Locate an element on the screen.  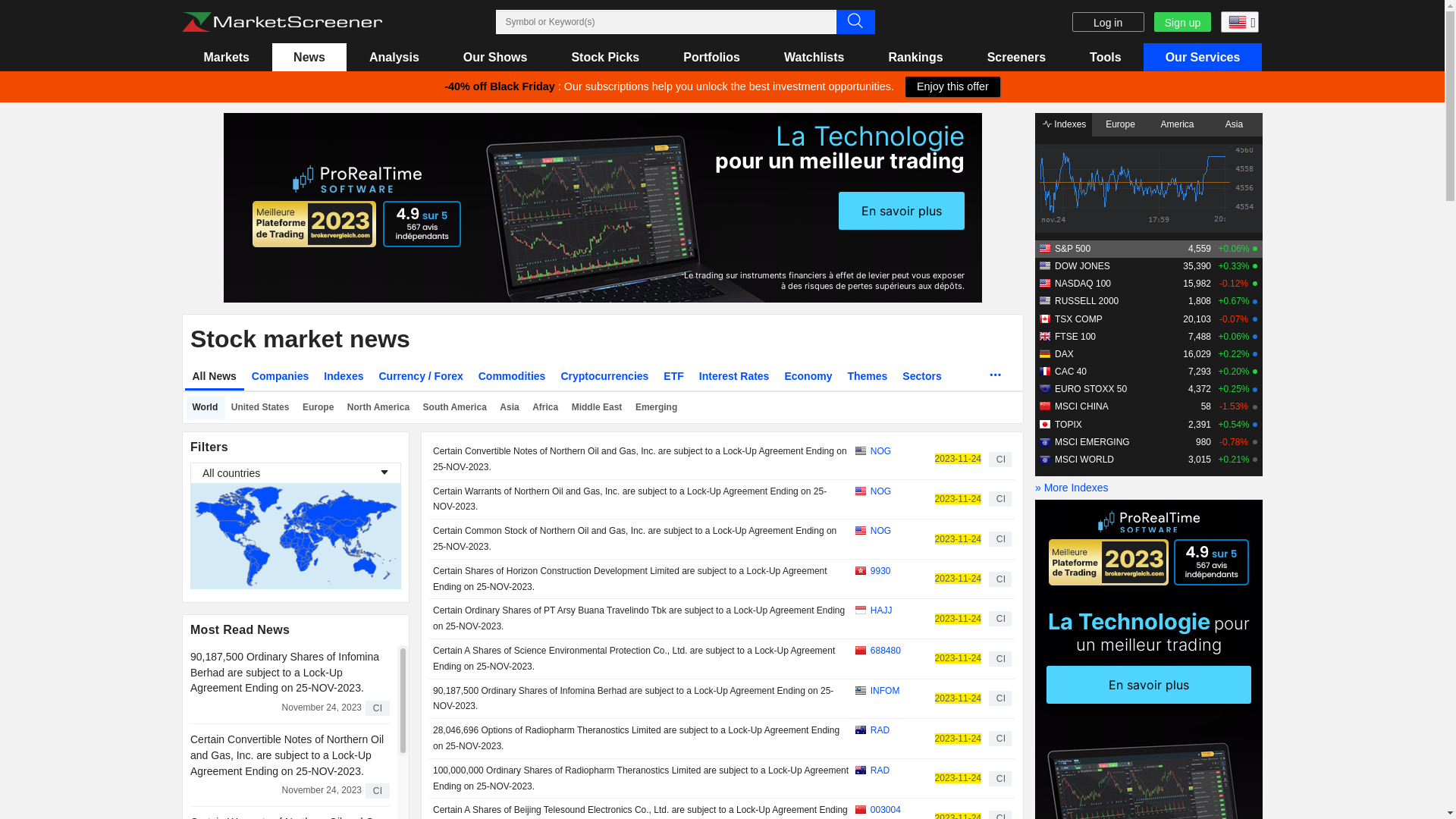
'Sign up' is located at coordinates (1181, 22).